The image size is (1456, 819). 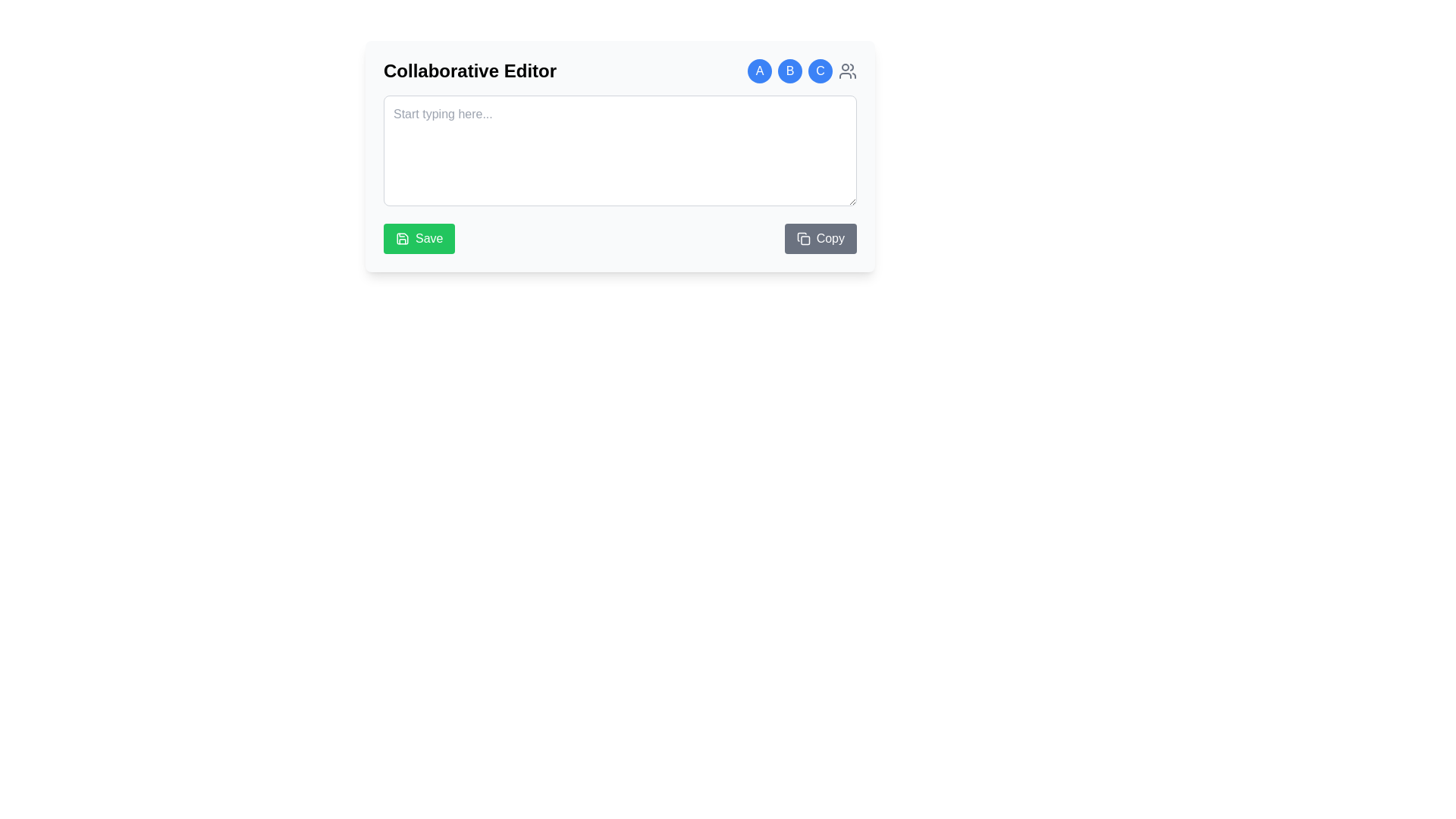 I want to click on the group of badges and an icon located at the far right of the header section titled 'Collaborative Editor', so click(x=801, y=71).